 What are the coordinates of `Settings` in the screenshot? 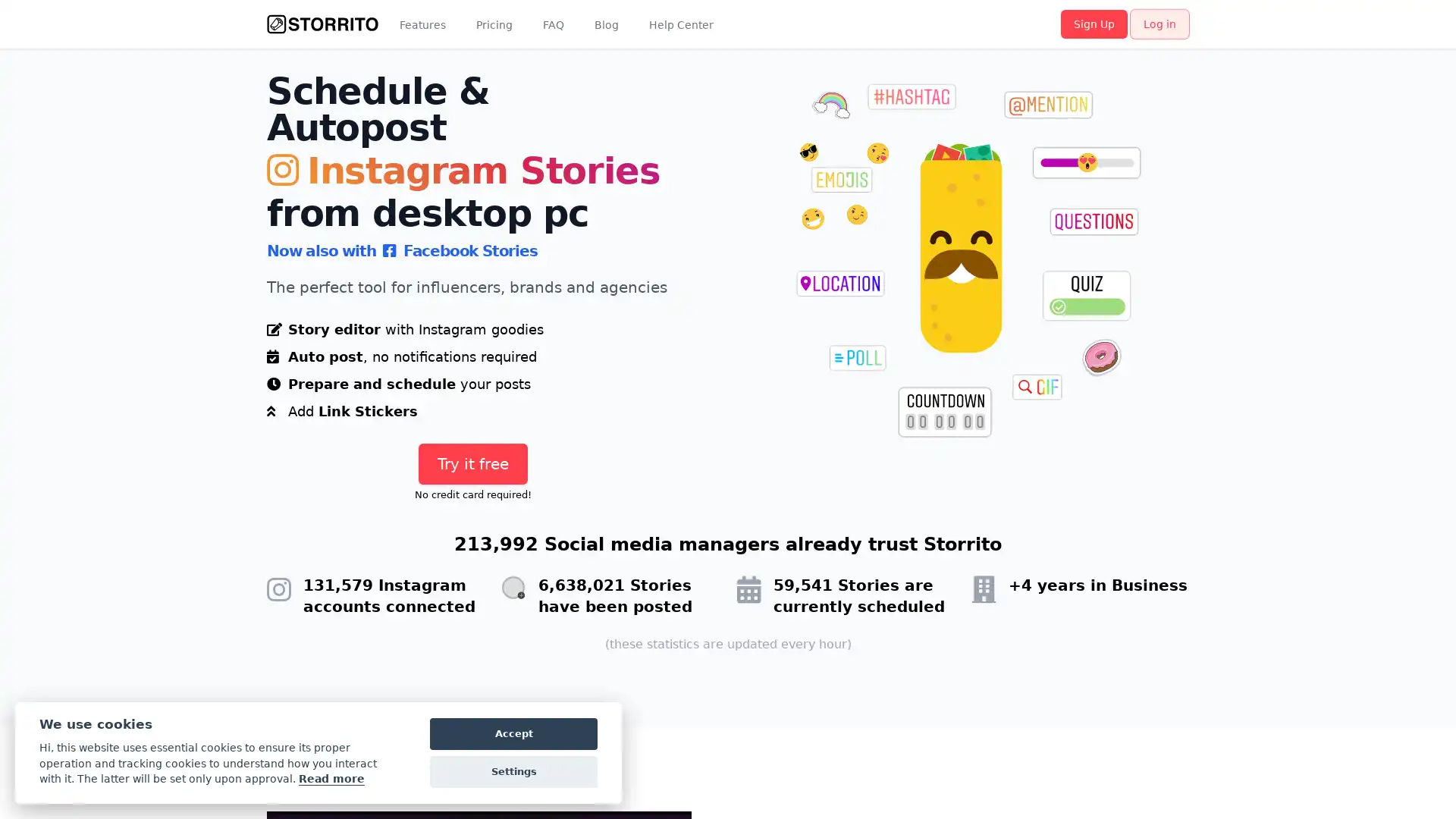 It's located at (513, 772).